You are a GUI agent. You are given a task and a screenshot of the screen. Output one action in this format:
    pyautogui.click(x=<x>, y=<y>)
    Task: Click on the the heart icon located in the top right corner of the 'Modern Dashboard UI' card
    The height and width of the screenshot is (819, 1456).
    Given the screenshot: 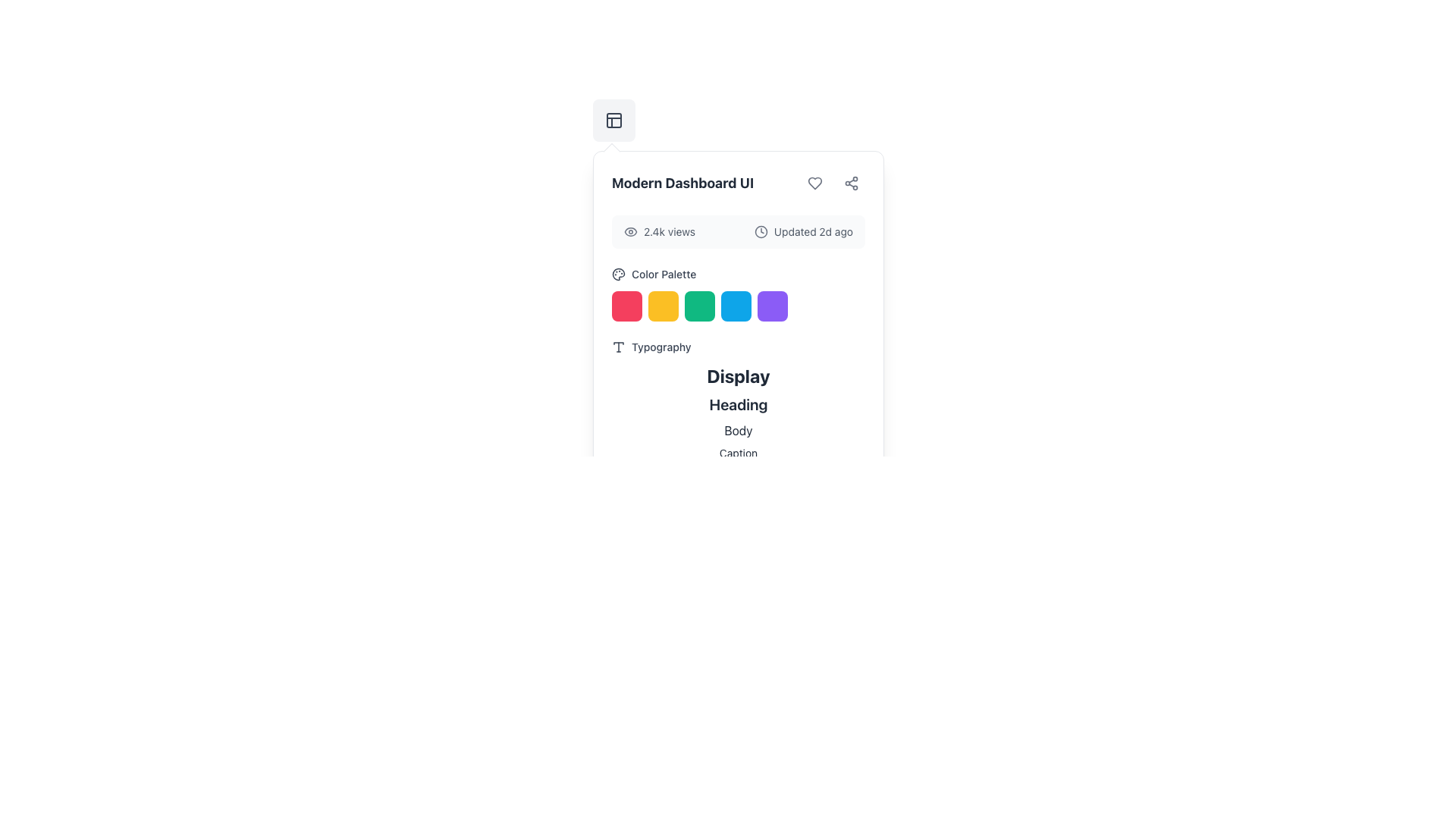 What is the action you would take?
    pyautogui.click(x=814, y=183)
    